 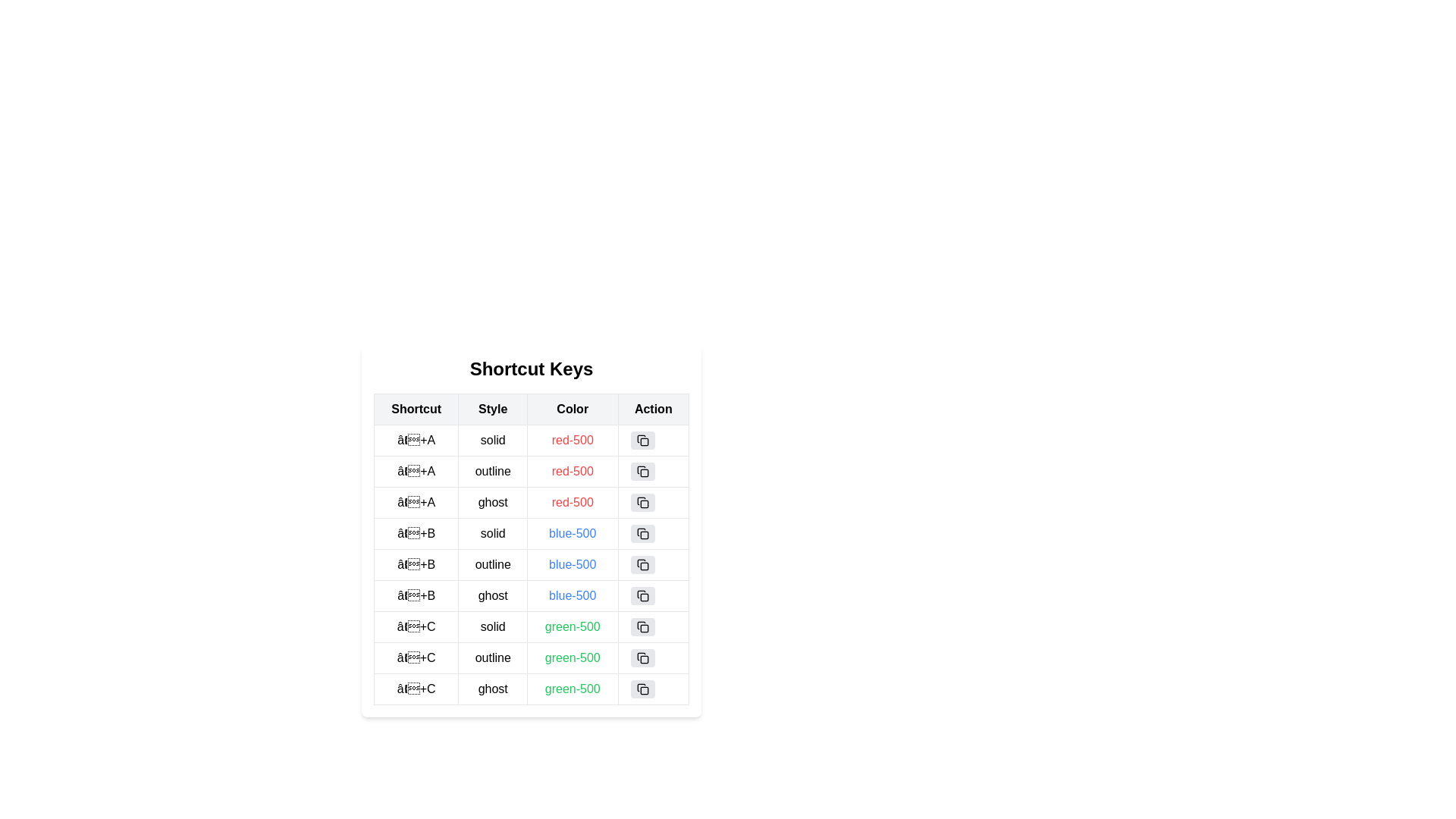 What do you see at coordinates (572, 564) in the screenshot?
I see `the blue-colored text label reading 'blue-500' located in the 'Color' column of the table, specifically in the row for the combination '⌘+B' and 'outline'` at bounding box center [572, 564].